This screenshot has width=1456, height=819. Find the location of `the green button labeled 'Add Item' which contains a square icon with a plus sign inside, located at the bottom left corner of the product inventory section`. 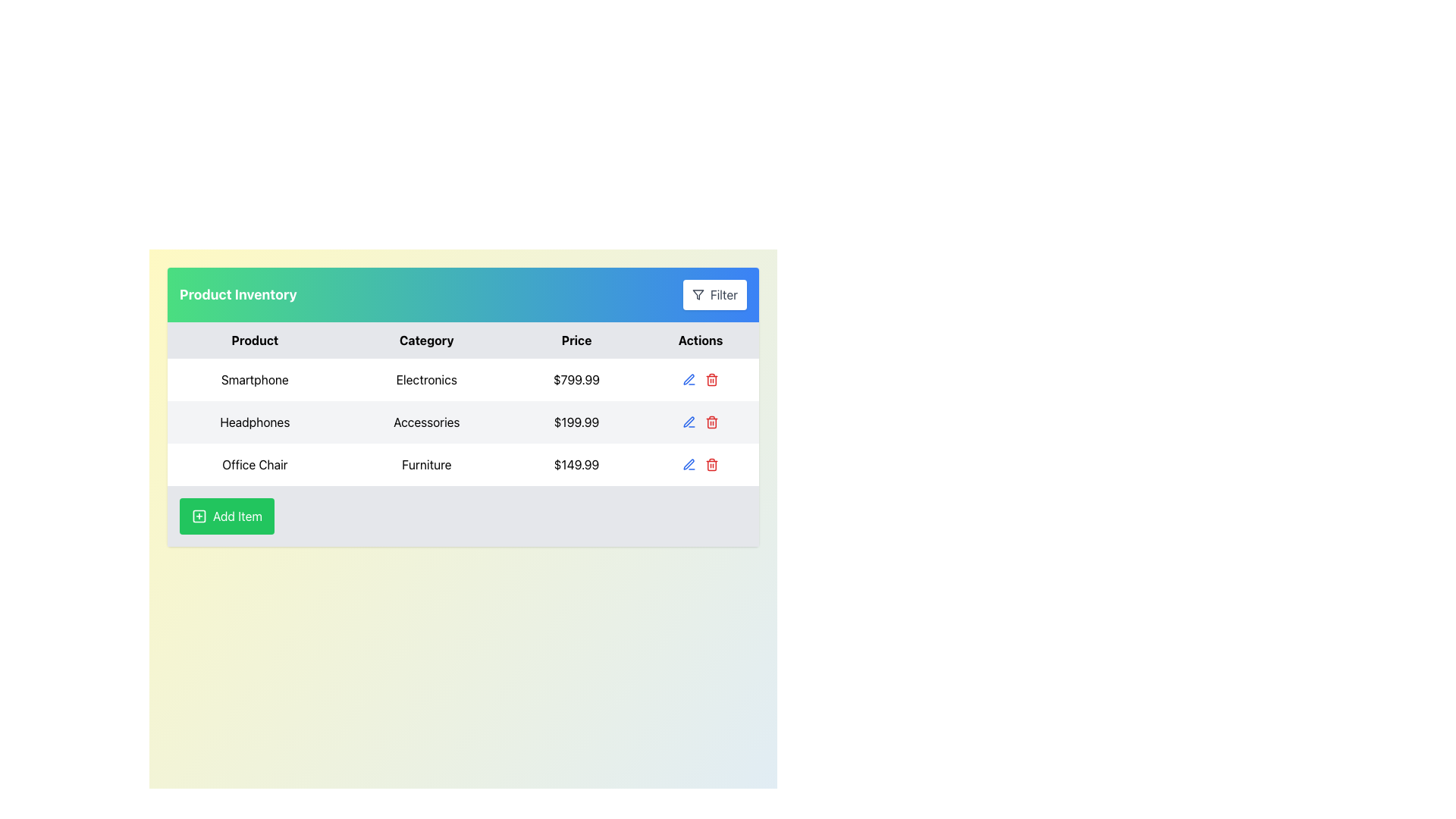

the green button labeled 'Add Item' which contains a square icon with a plus sign inside, located at the bottom left corner of the product inventory section is located at coordinates (199, 516).